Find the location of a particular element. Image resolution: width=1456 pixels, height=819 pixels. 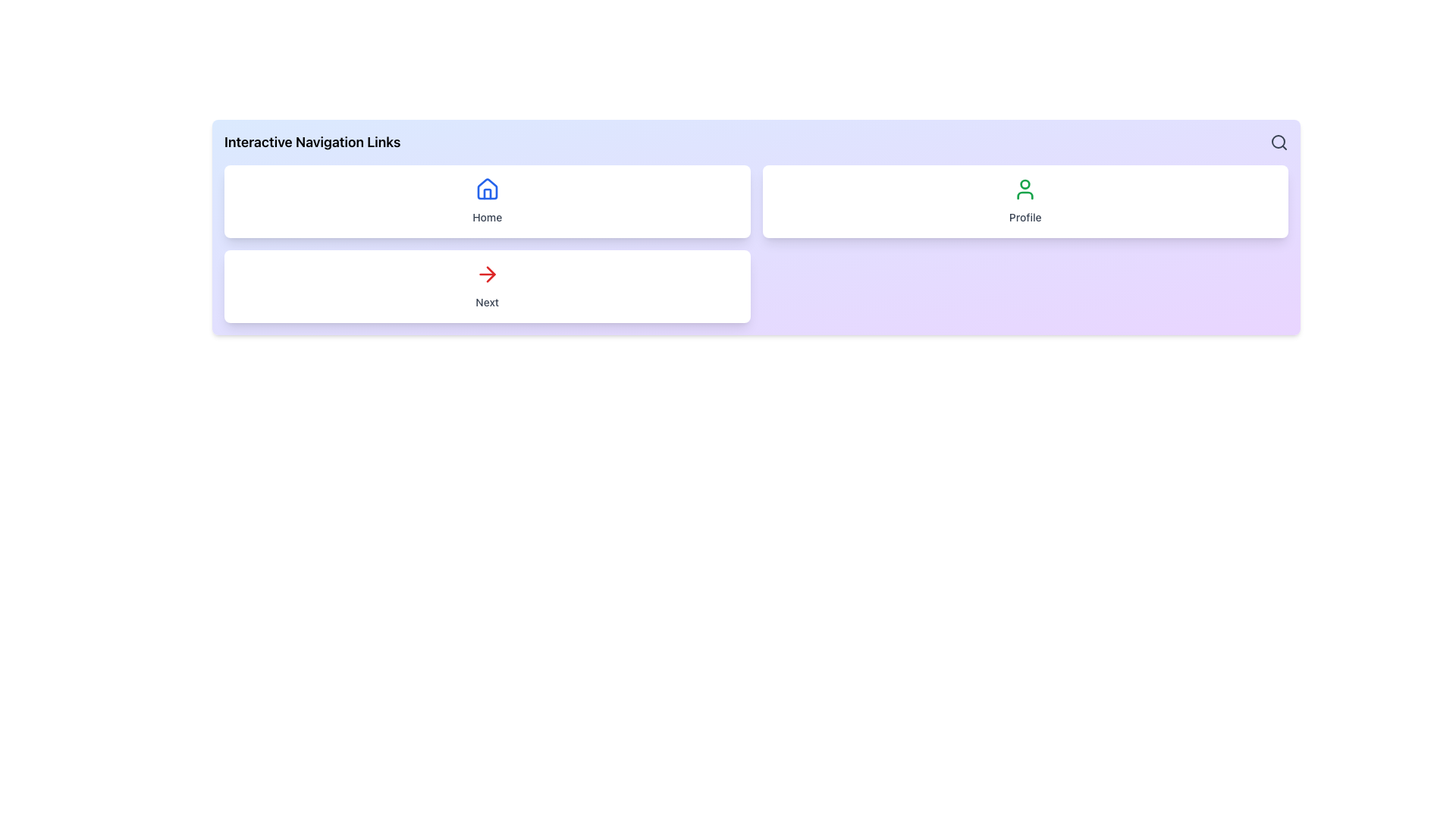

the inner detail of the house icon located in the top-left quadrant of the interface is located at coordinates (487, 193).